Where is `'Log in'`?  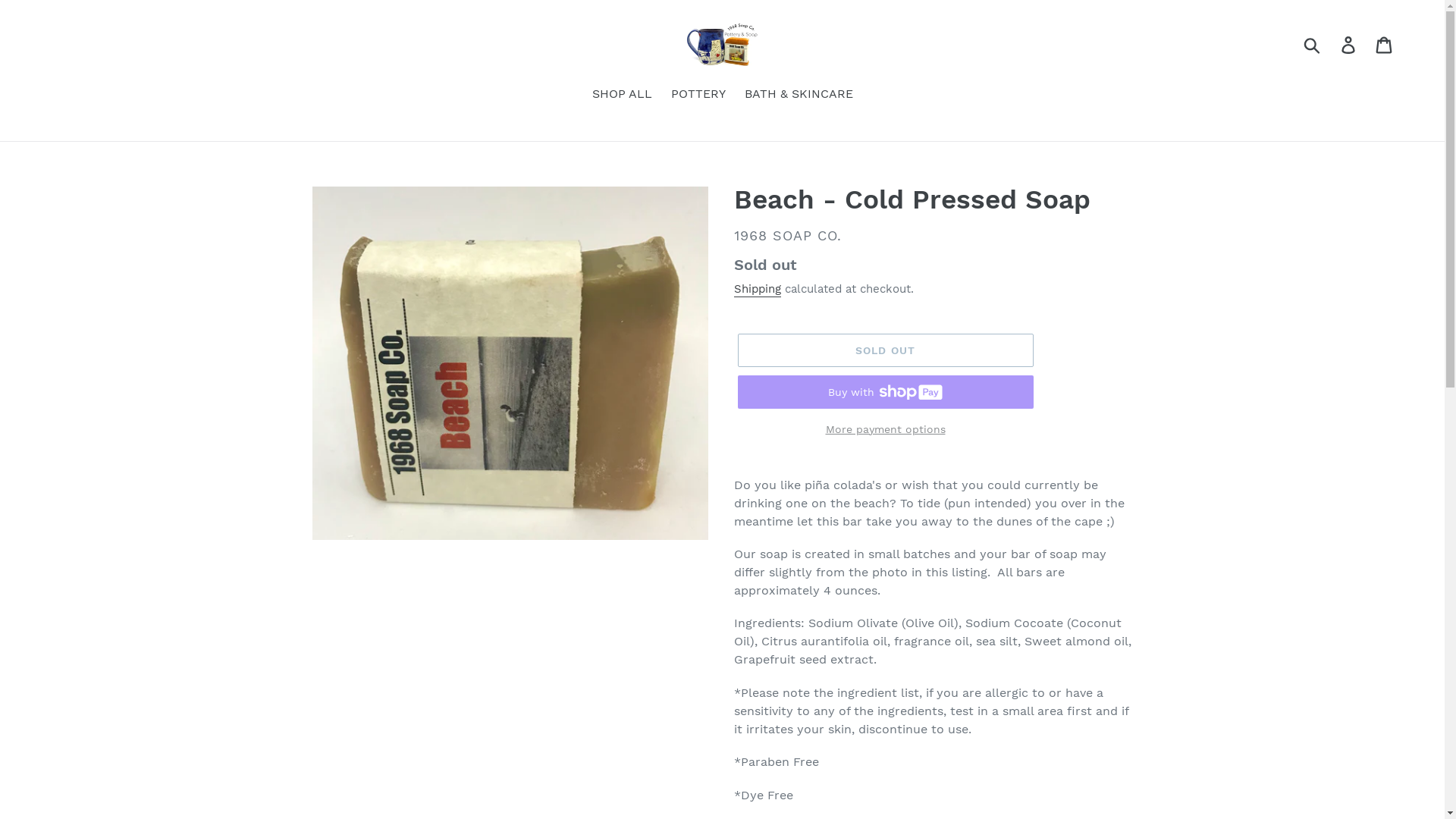
'Log in' is located at coordinates (1349, 43).